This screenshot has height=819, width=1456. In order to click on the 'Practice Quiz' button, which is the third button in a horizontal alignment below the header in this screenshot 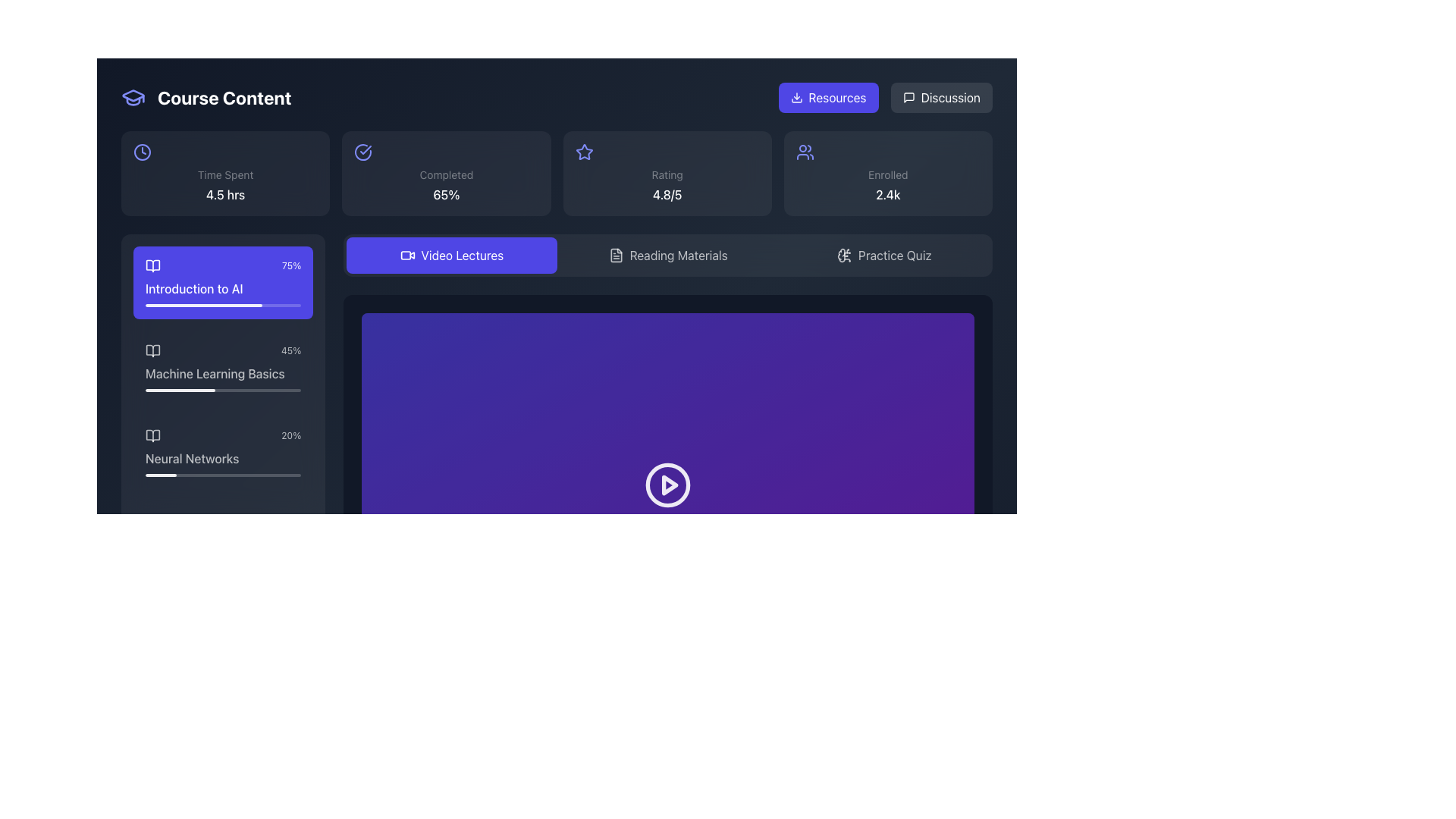, I will do `click(884, 254)`.